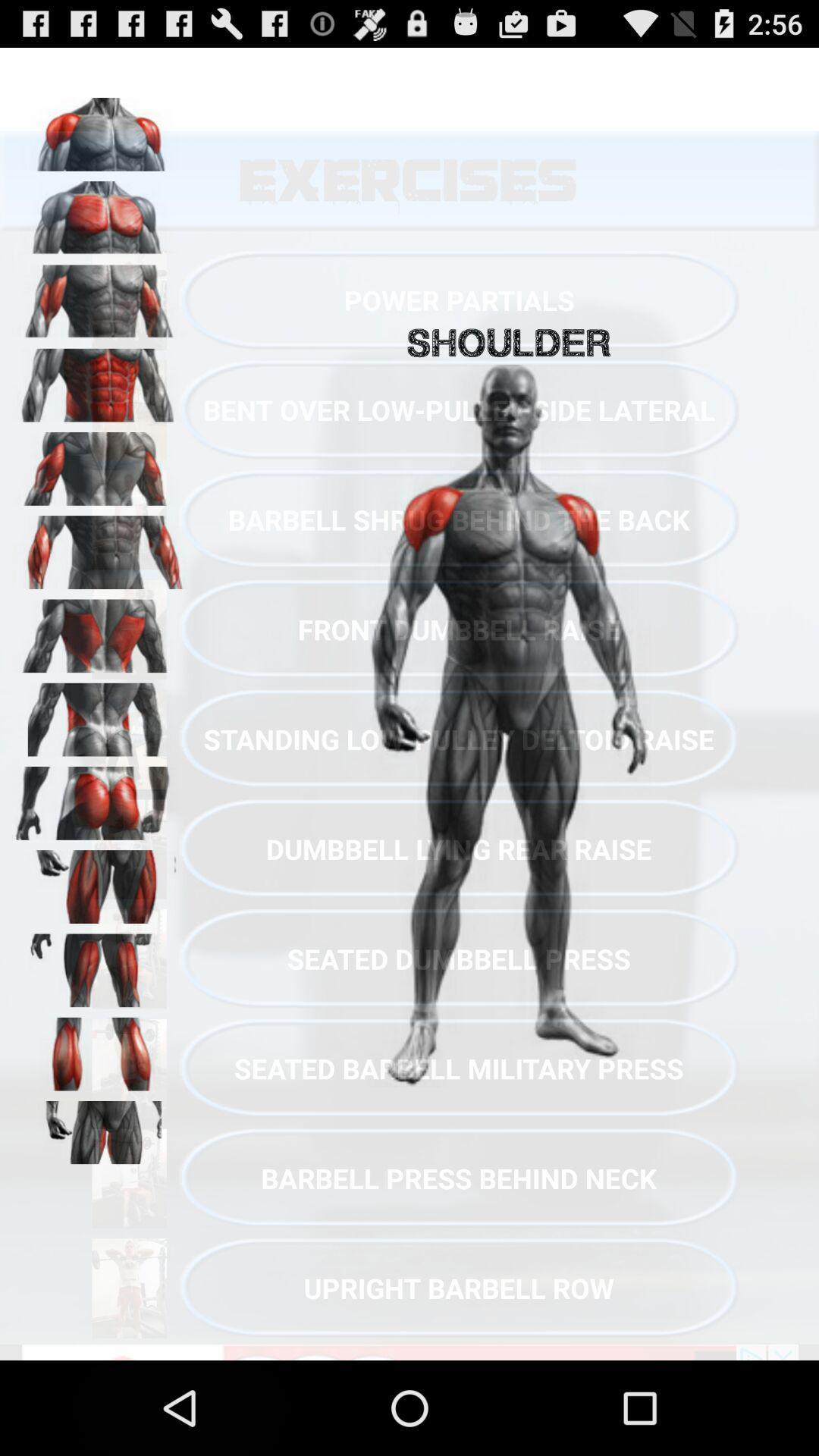  What do you see at coordinates (99, 714) in the screenshot?
I see `target obliques` at bounding box center [99, 714].